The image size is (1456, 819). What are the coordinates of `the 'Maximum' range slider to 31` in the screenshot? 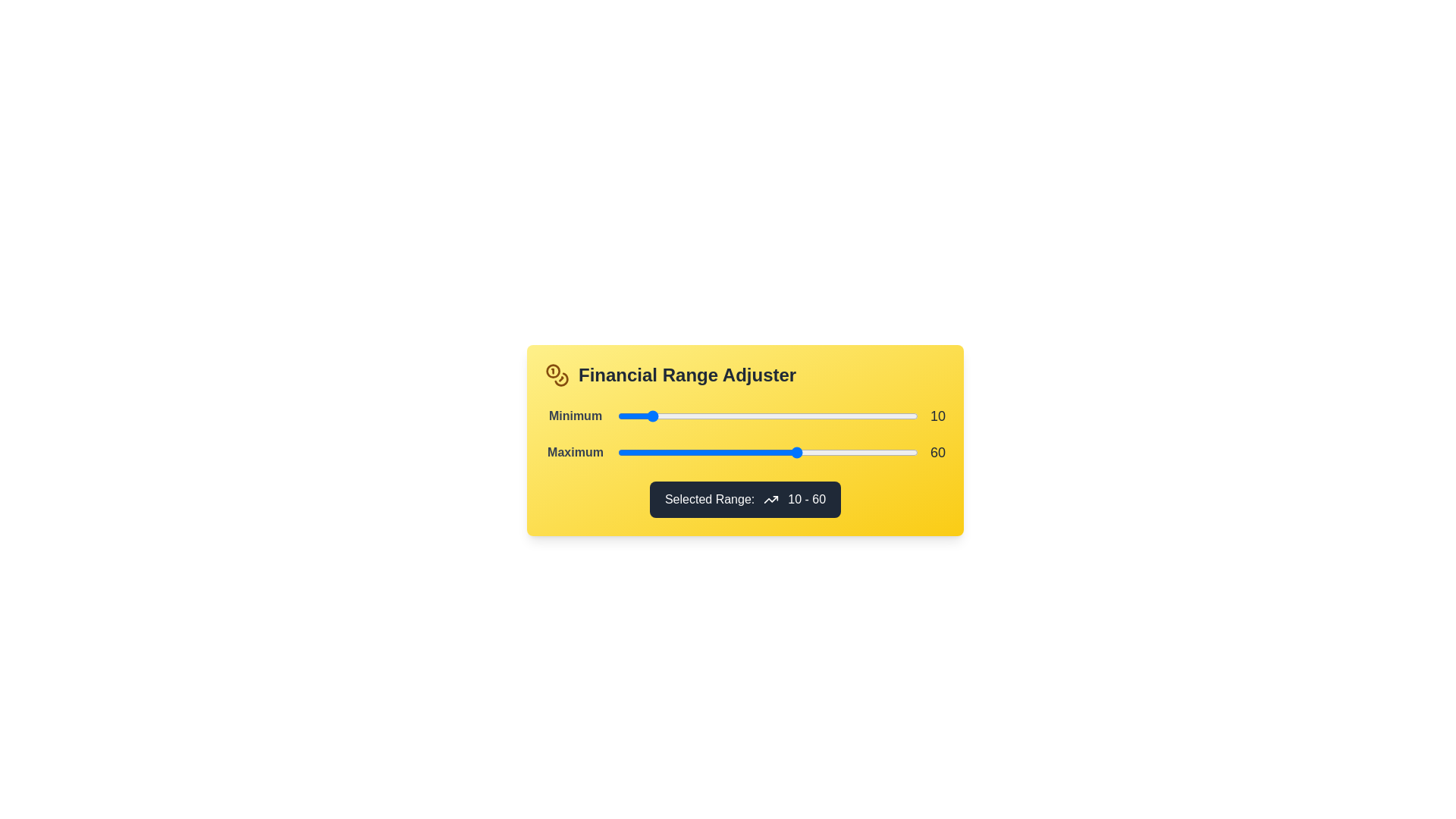 It's located at (710, 452).